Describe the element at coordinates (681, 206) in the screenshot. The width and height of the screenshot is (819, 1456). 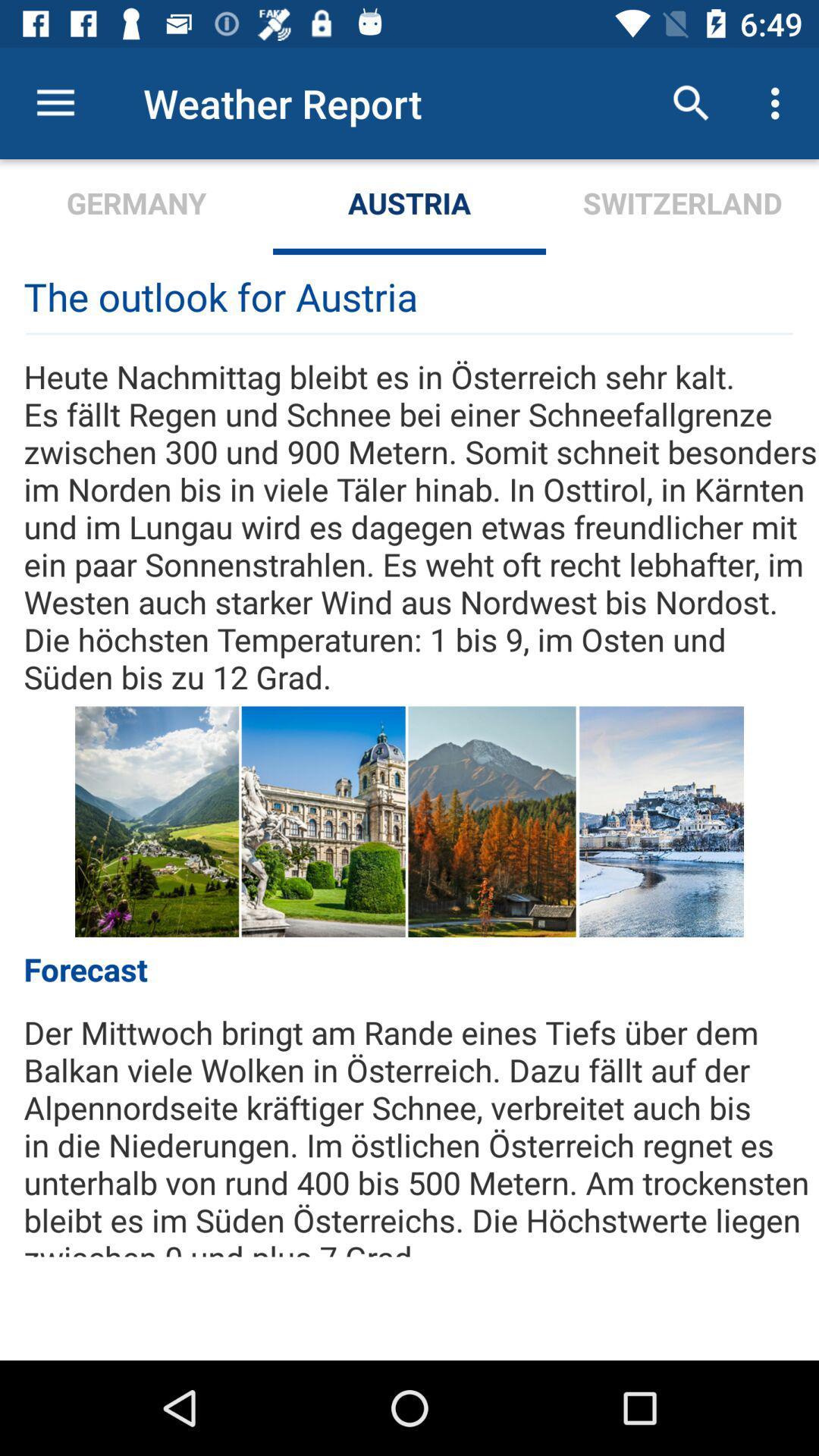
I see `the icon to the right of austria item` at that location.